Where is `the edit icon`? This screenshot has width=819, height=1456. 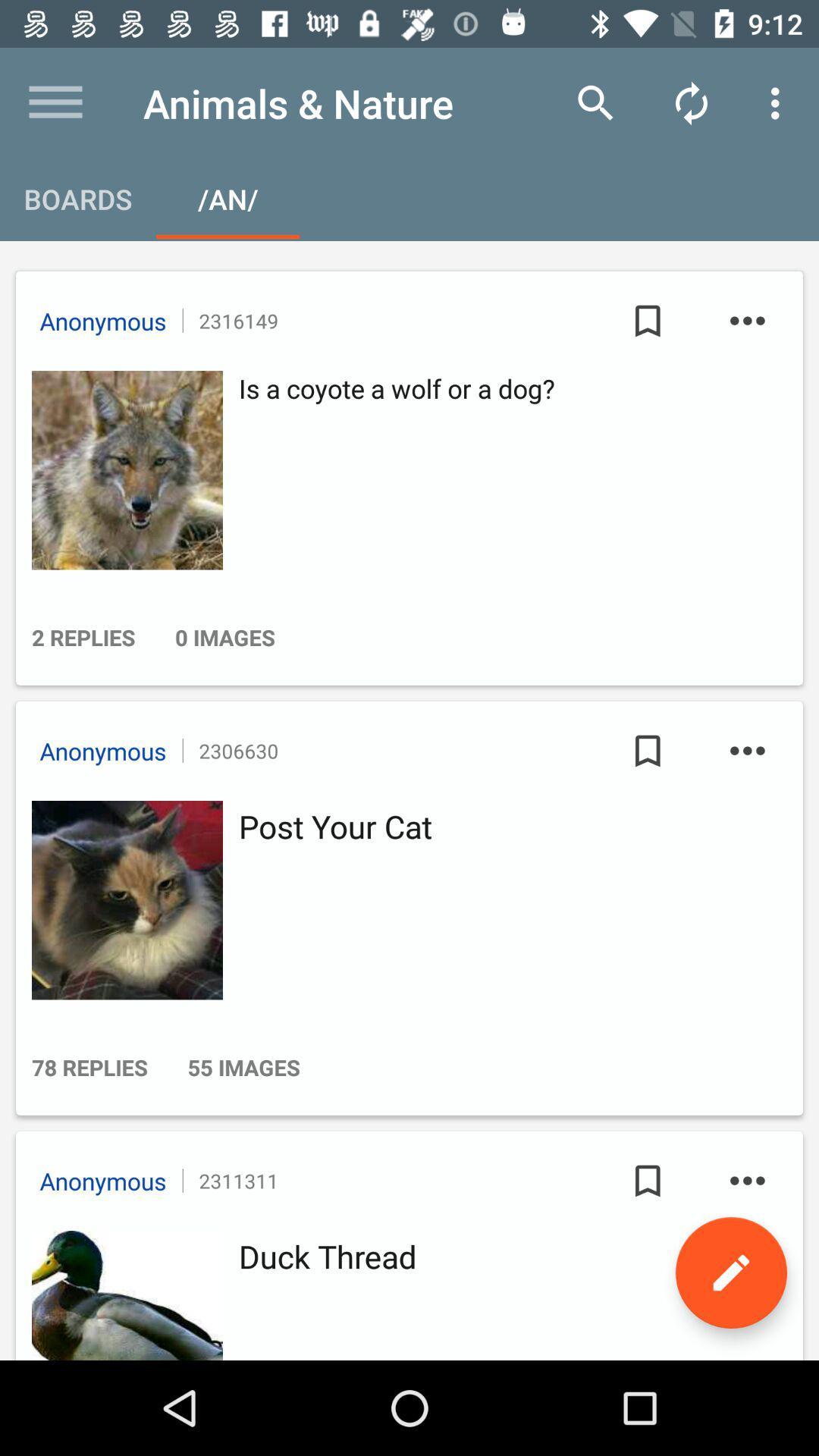 the edit icon is located at coordinates (730, 1272).